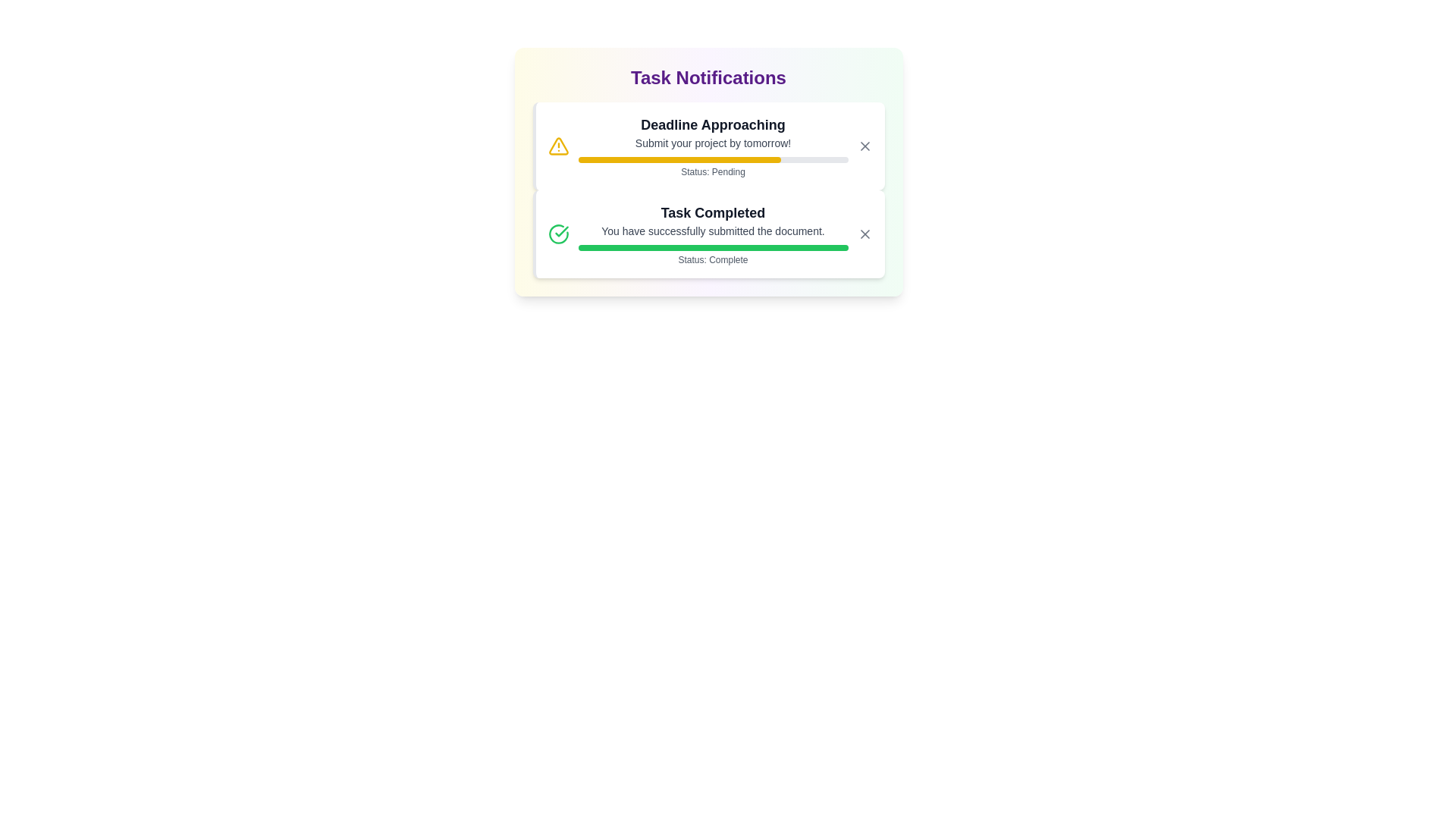 This screenshot has width=1456, height=819. Describe the element at coordinates (557, 146) in the screenshot. I see `the notification icon for Deadline Approaching` at that location.